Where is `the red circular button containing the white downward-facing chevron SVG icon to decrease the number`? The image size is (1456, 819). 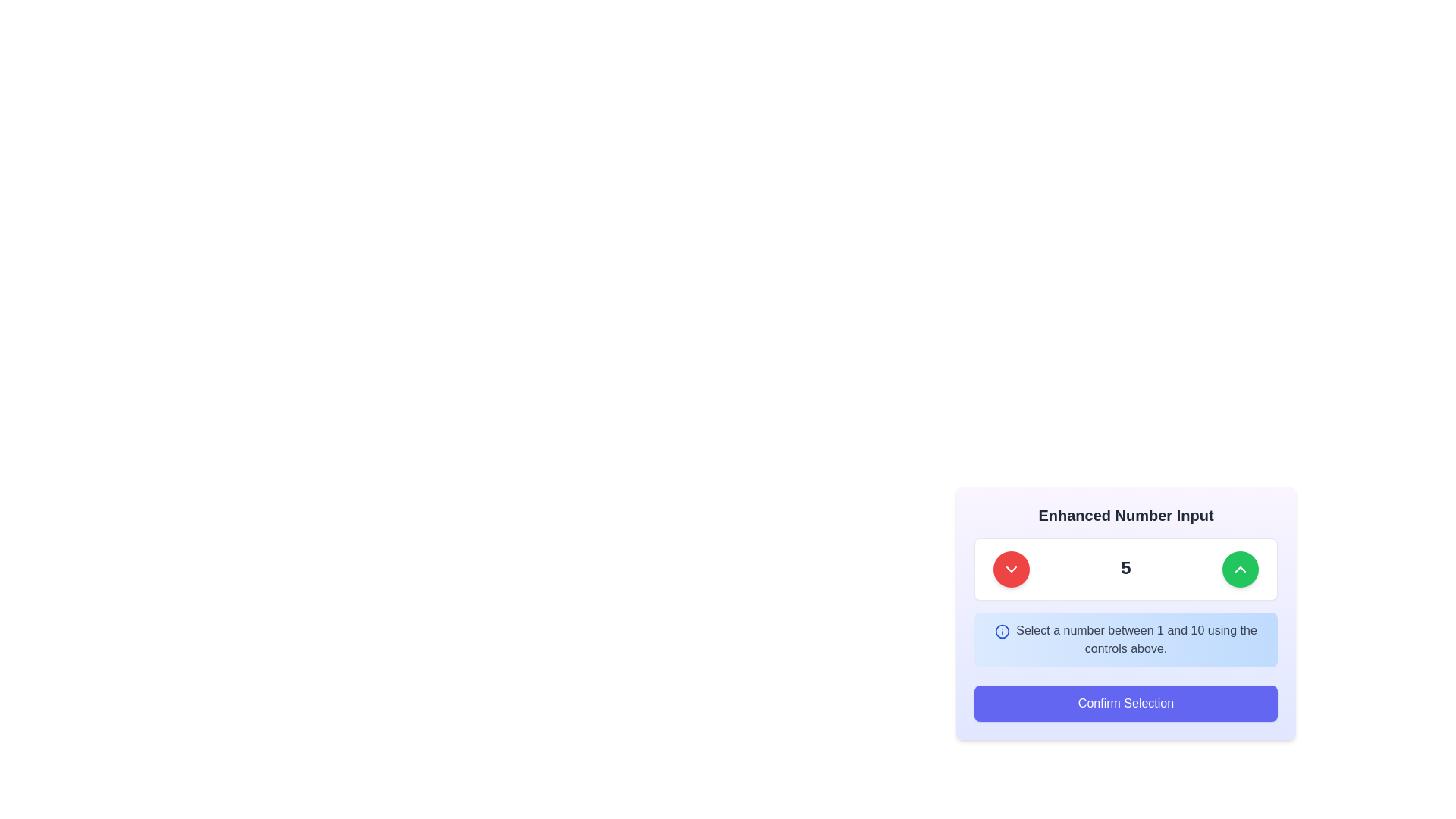 the red circular button containing the white downward-facing chevron SVG icon to decrease the number is located at coordinates (1012, 570).